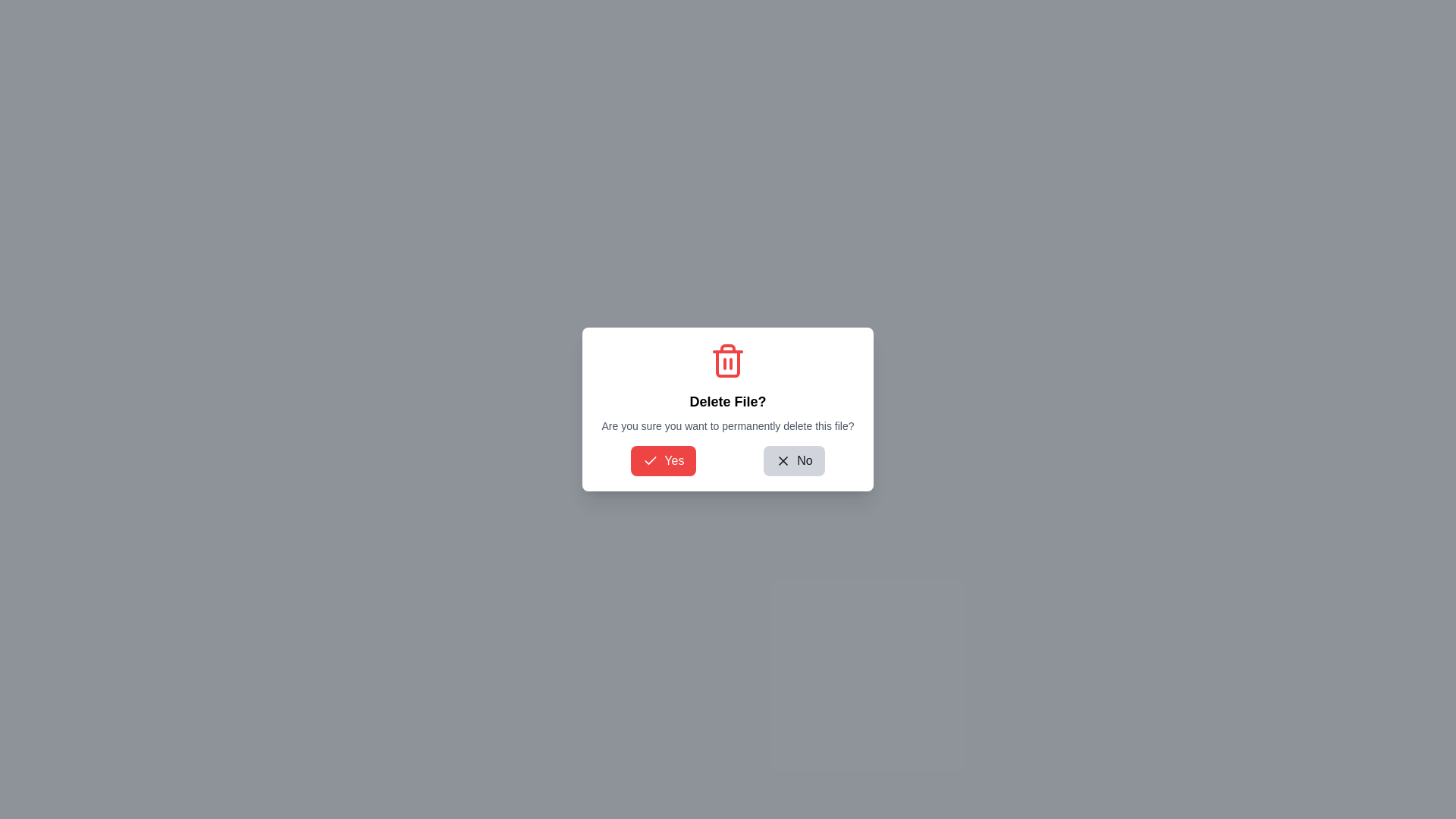 The image size is (1456, 819). I want to click on the 'No' button, which is a horizontally-aligned button with a light gray background and bold black text, located to the right of the 'Yes' button and below the confirmation text, to decline the action, so click(793, 460).